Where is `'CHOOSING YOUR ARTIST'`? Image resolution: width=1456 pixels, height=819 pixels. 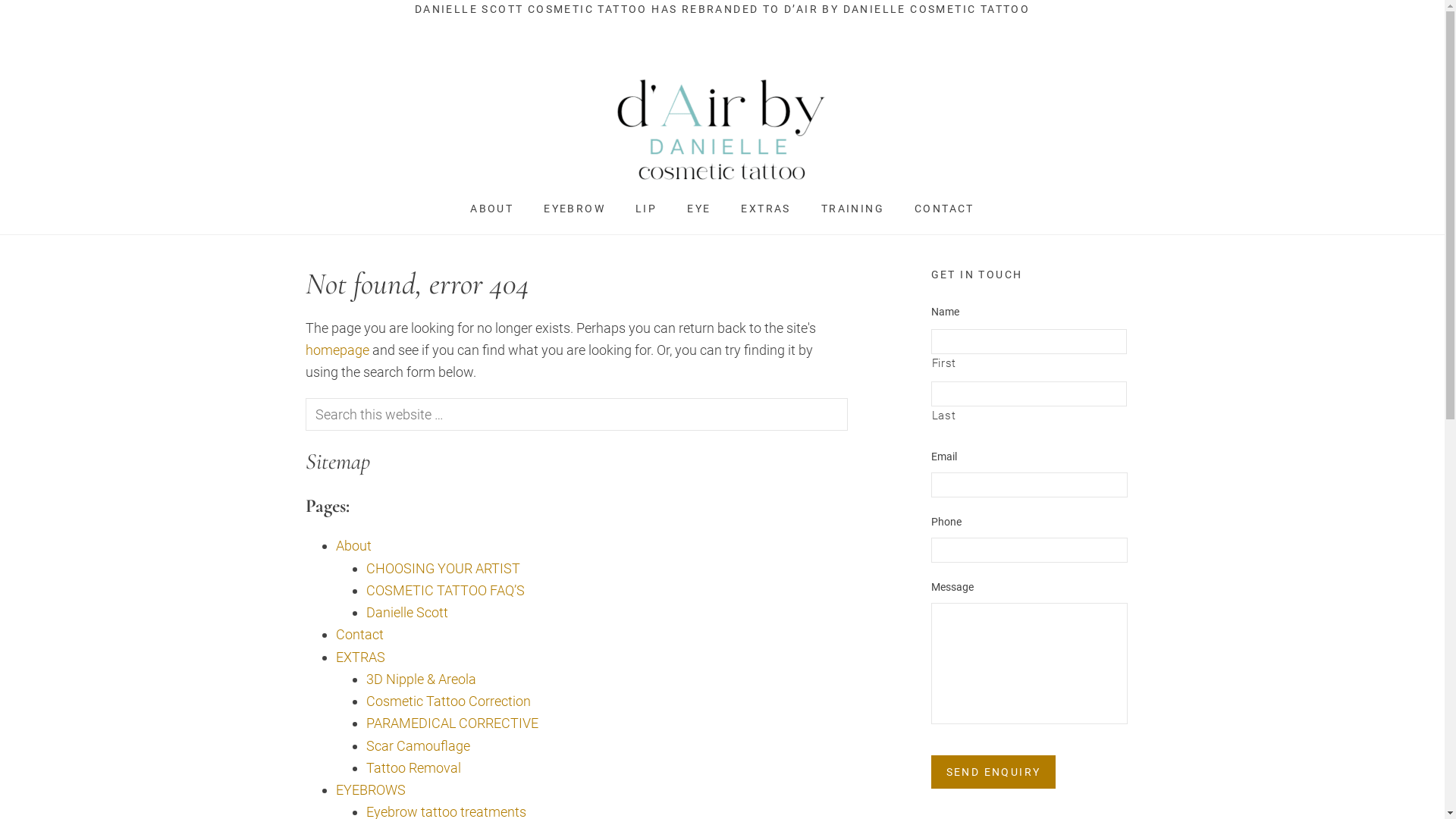
'CHOOSING YOUR ARTIST' is located at coordinates (441, 568).